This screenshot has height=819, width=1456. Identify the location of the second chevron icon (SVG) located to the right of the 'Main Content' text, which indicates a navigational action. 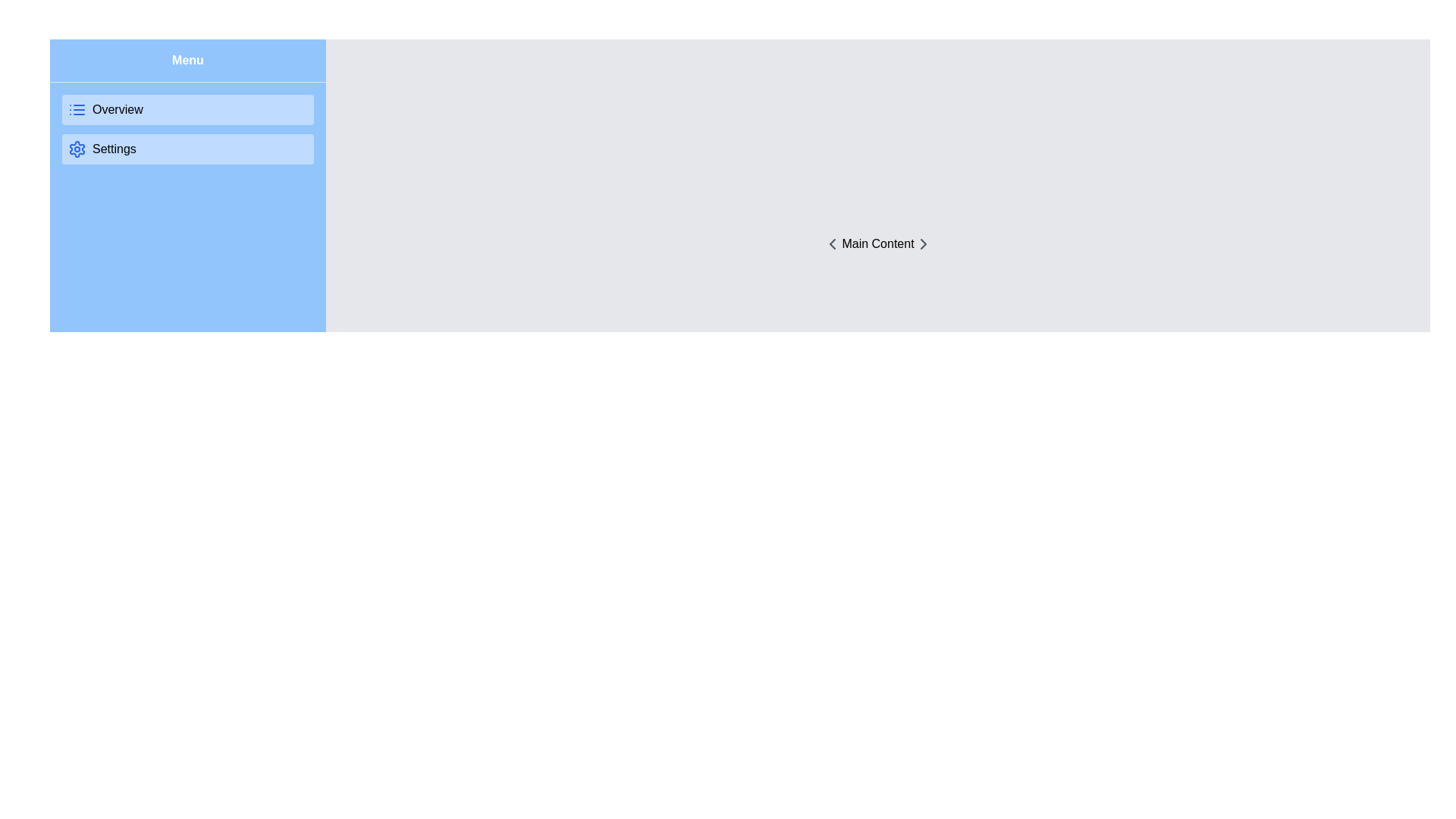
(922, 243).